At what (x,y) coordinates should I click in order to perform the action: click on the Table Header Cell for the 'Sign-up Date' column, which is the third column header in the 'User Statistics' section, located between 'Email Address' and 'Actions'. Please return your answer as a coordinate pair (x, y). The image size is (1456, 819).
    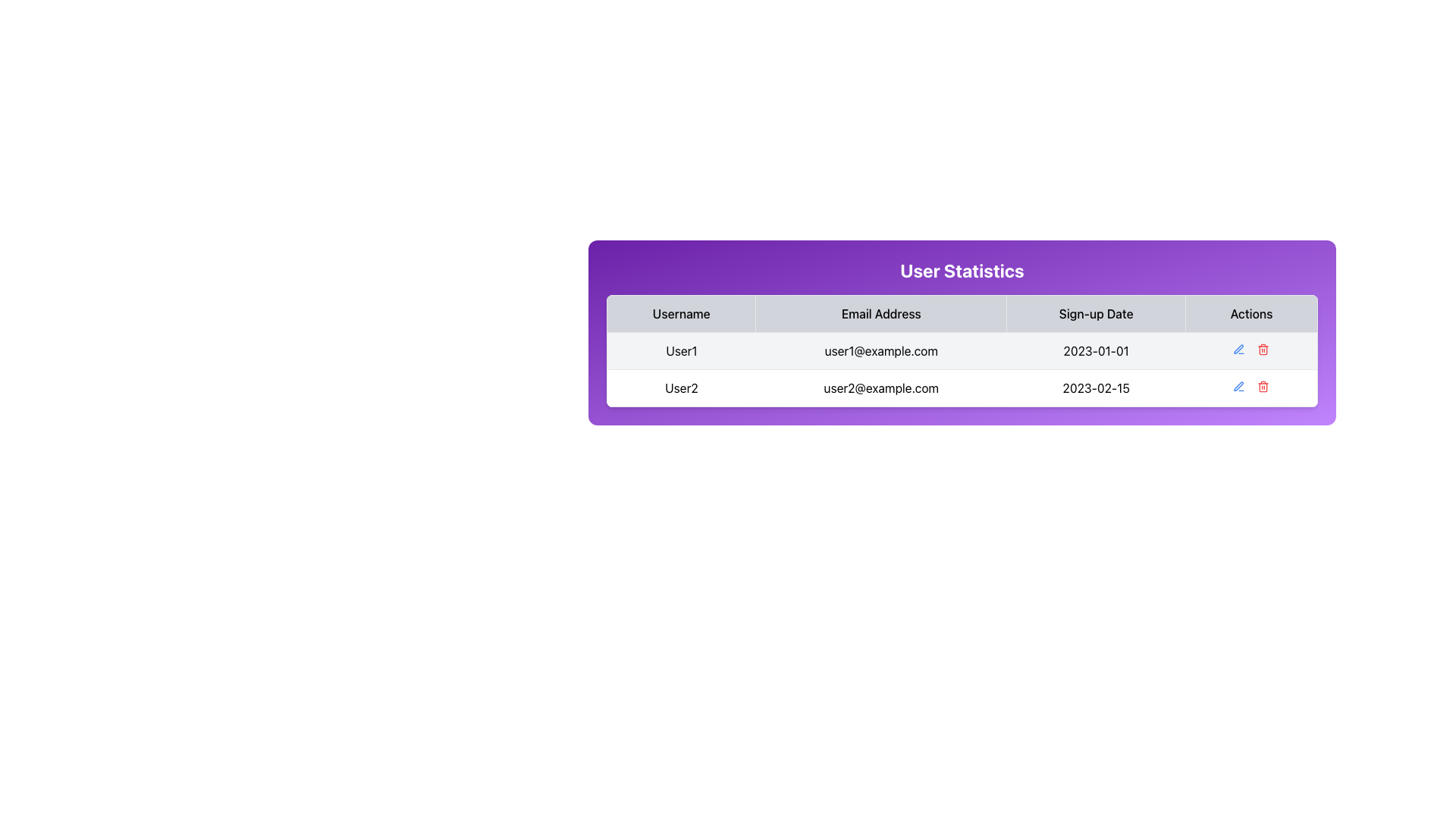
    Looking at the image, I should click on (1096, 312).